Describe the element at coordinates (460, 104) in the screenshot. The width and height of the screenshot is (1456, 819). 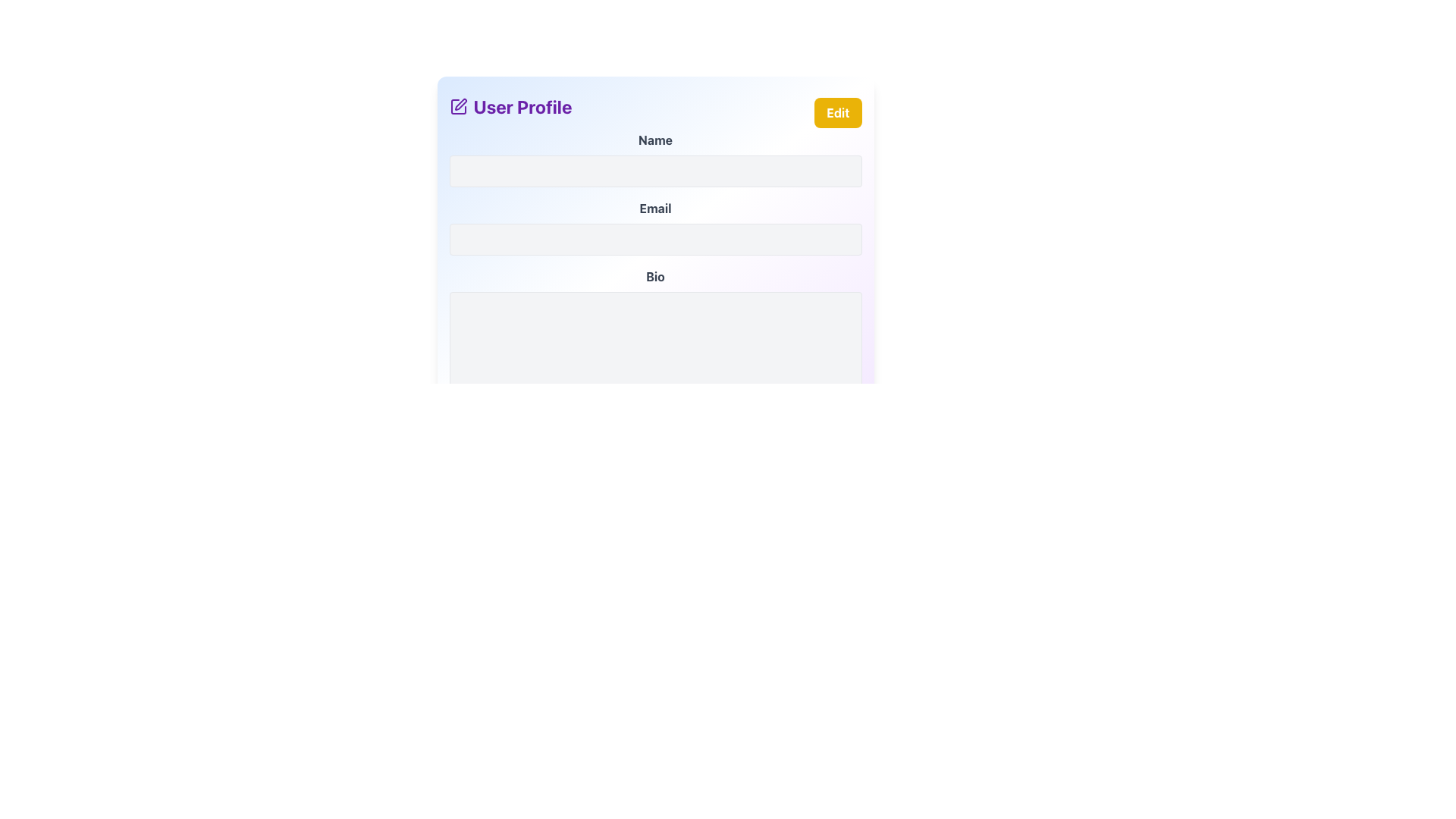
I see `the pen icon element within the purple graphical representation adjacent to the 'User Profile' text in the top left corner of the interface` at that location.